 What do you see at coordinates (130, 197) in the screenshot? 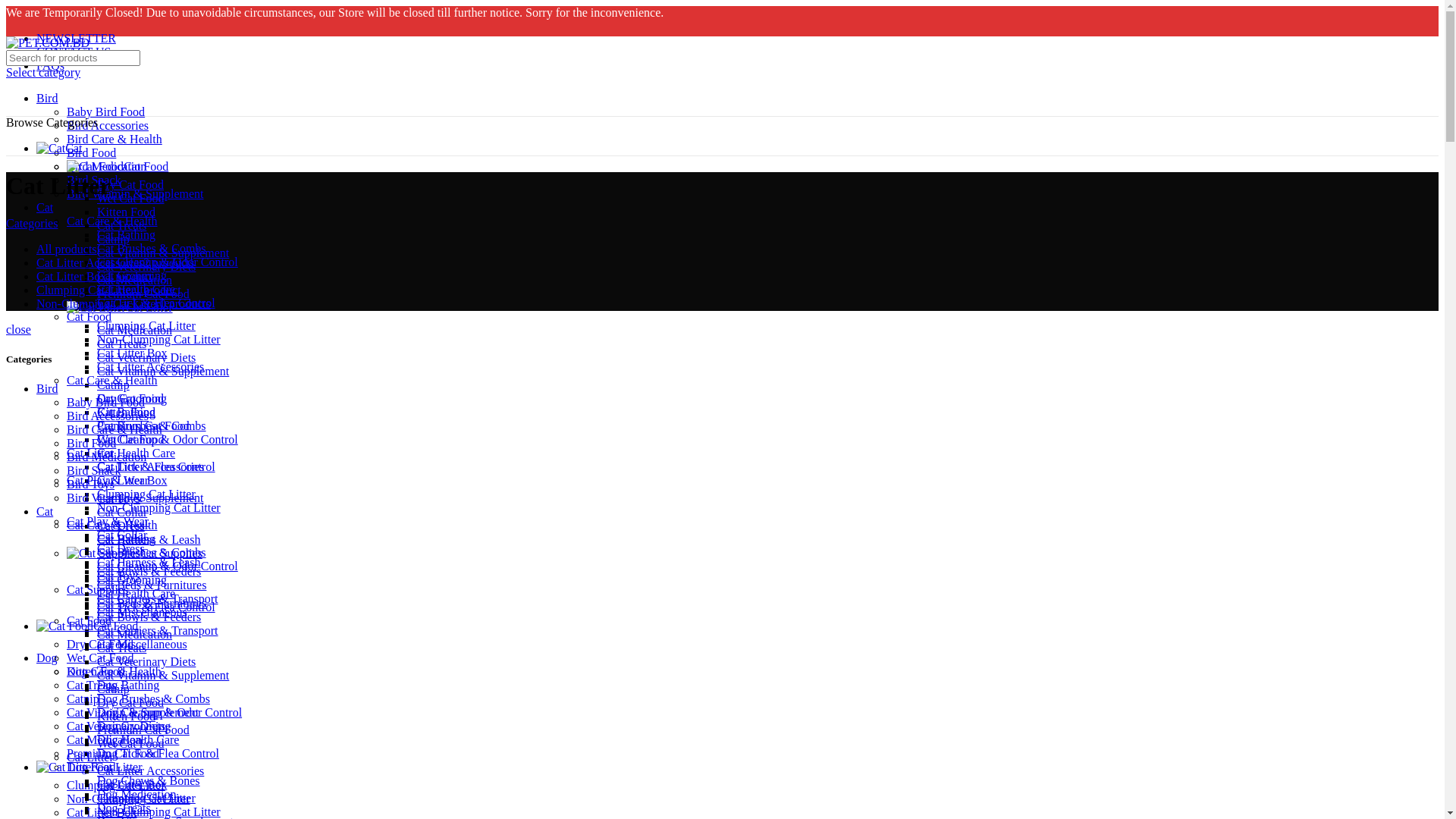
I see `'Wet Cat Food'` at bounding box center [130, 197].